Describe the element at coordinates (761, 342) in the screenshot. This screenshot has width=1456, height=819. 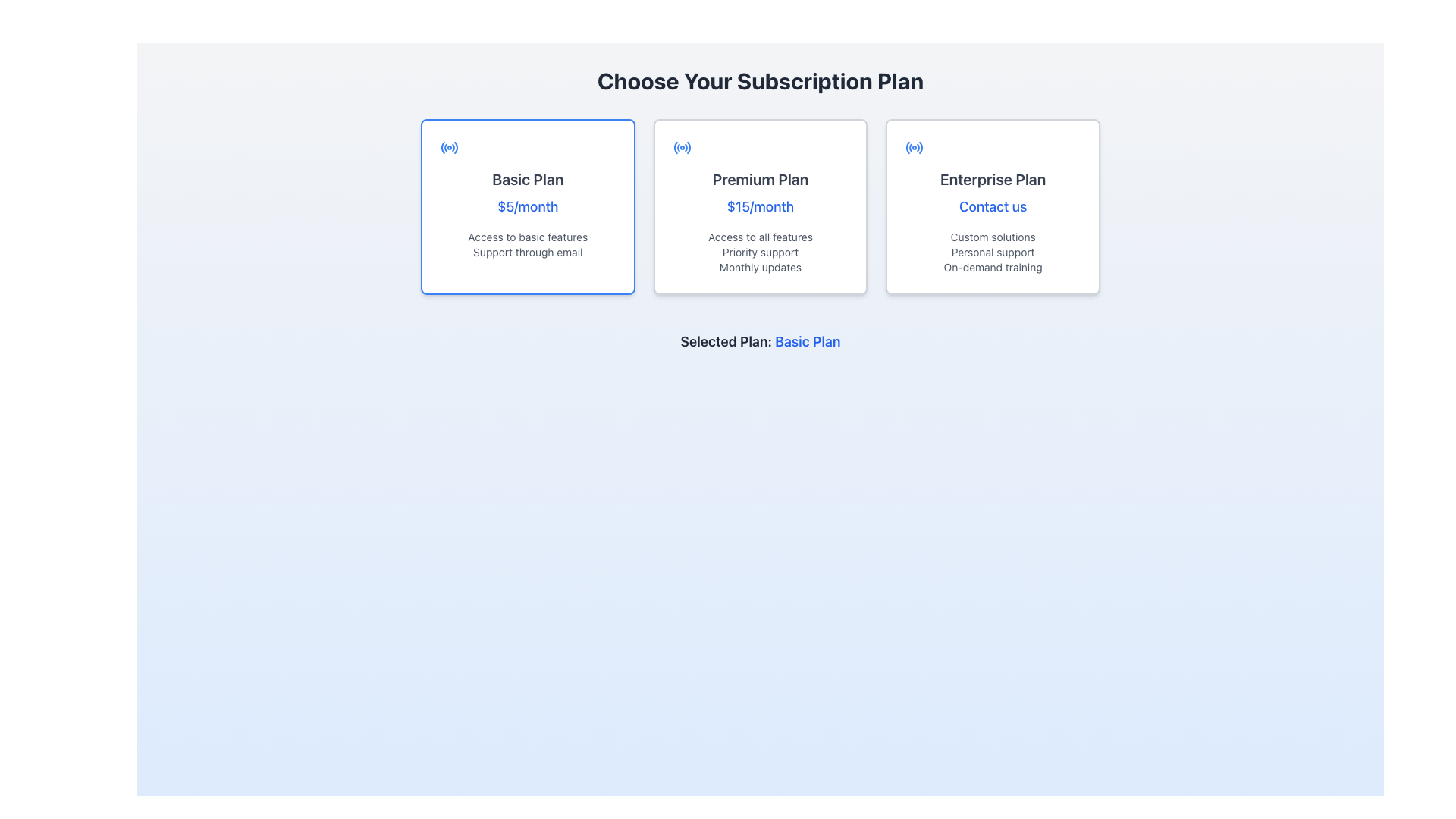
I see `the text label that indicates the currently selected subscription plan, located beneath the subscription plan cards section` at that location.